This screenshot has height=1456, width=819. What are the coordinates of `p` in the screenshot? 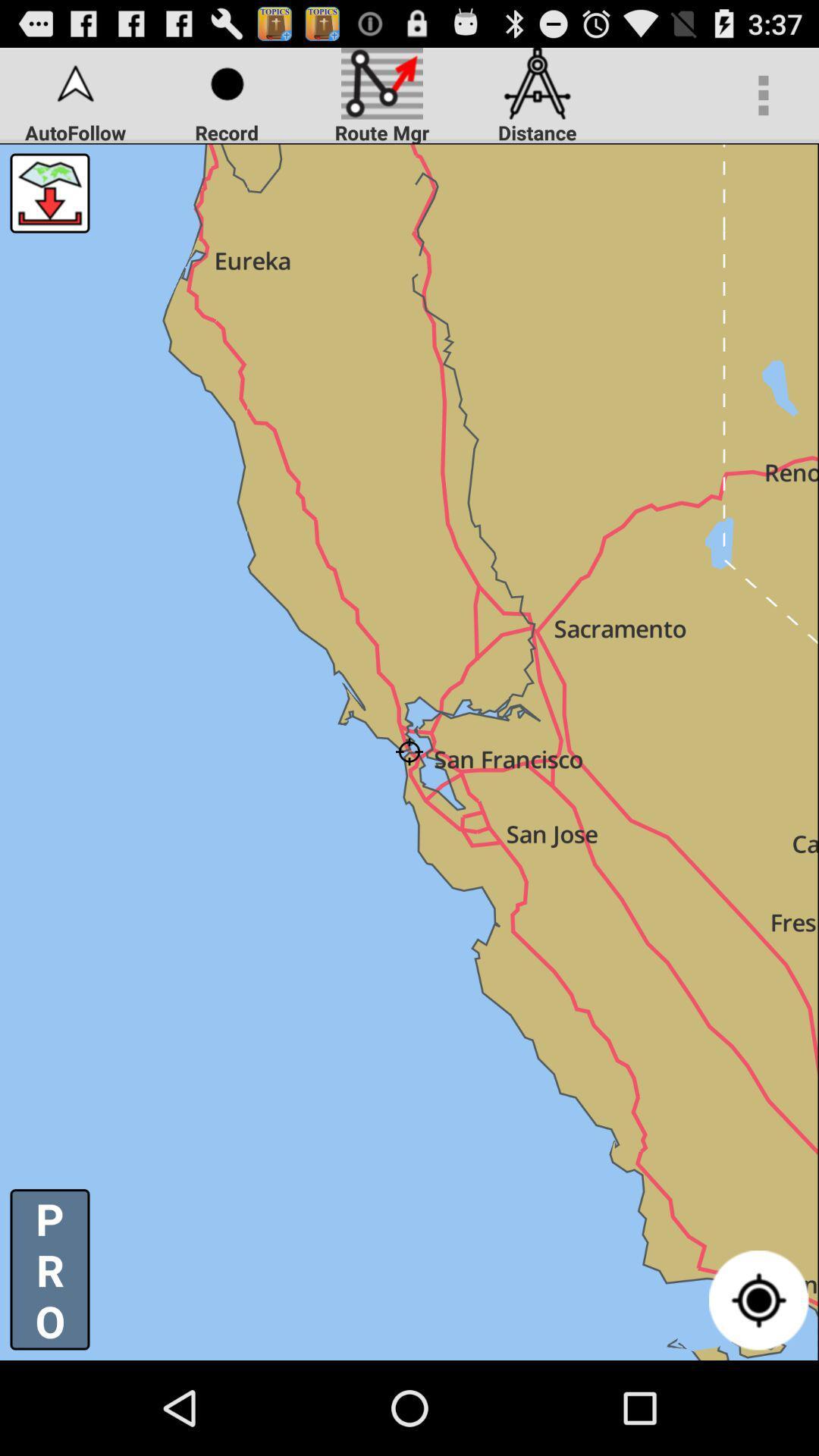 It's located at (49, 1269).